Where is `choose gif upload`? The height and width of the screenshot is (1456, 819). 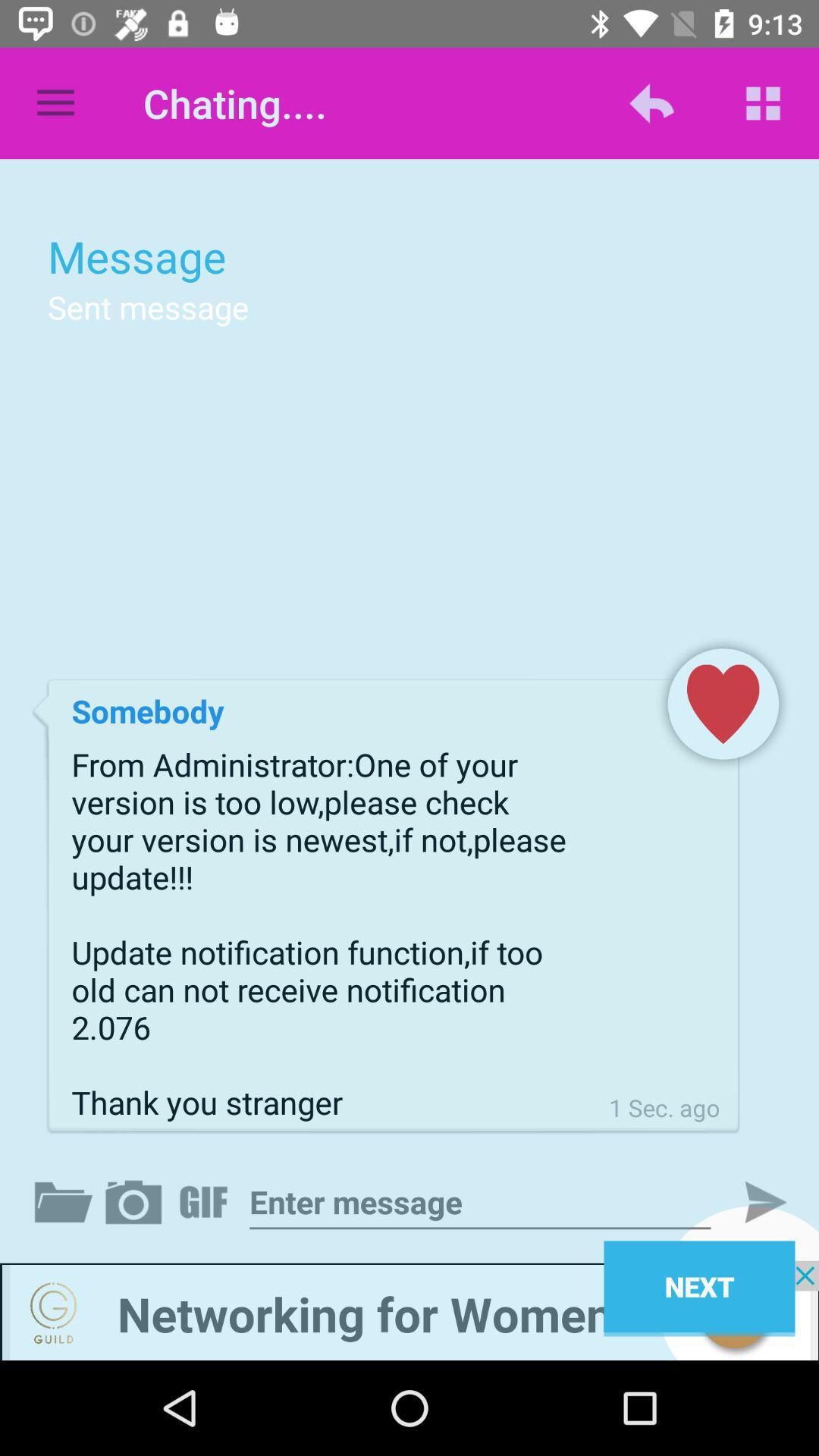
choose gif upload is located at coordinates (206, 1201).